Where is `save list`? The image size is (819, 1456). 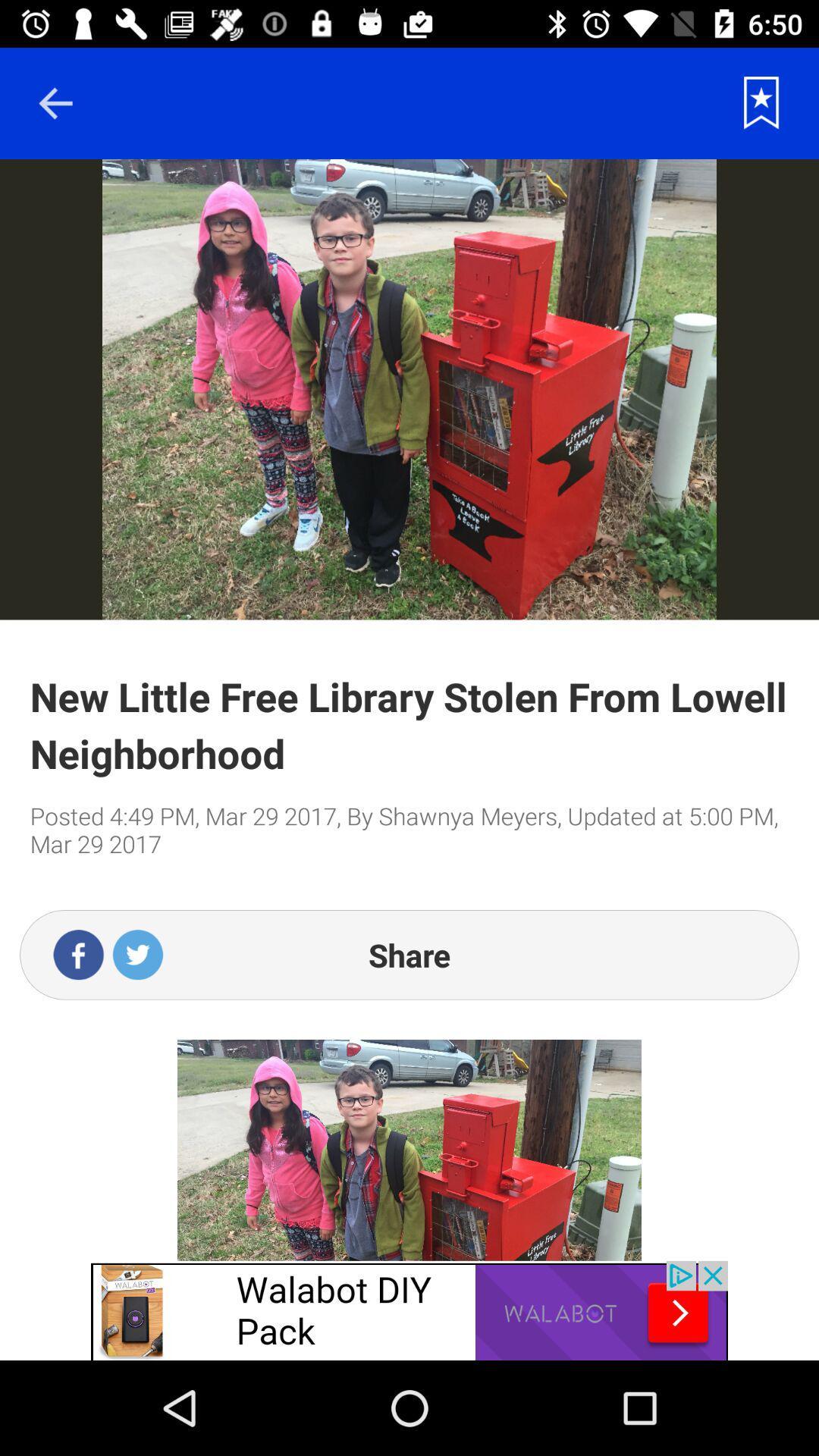
save list is located at coordinates (761, 102).